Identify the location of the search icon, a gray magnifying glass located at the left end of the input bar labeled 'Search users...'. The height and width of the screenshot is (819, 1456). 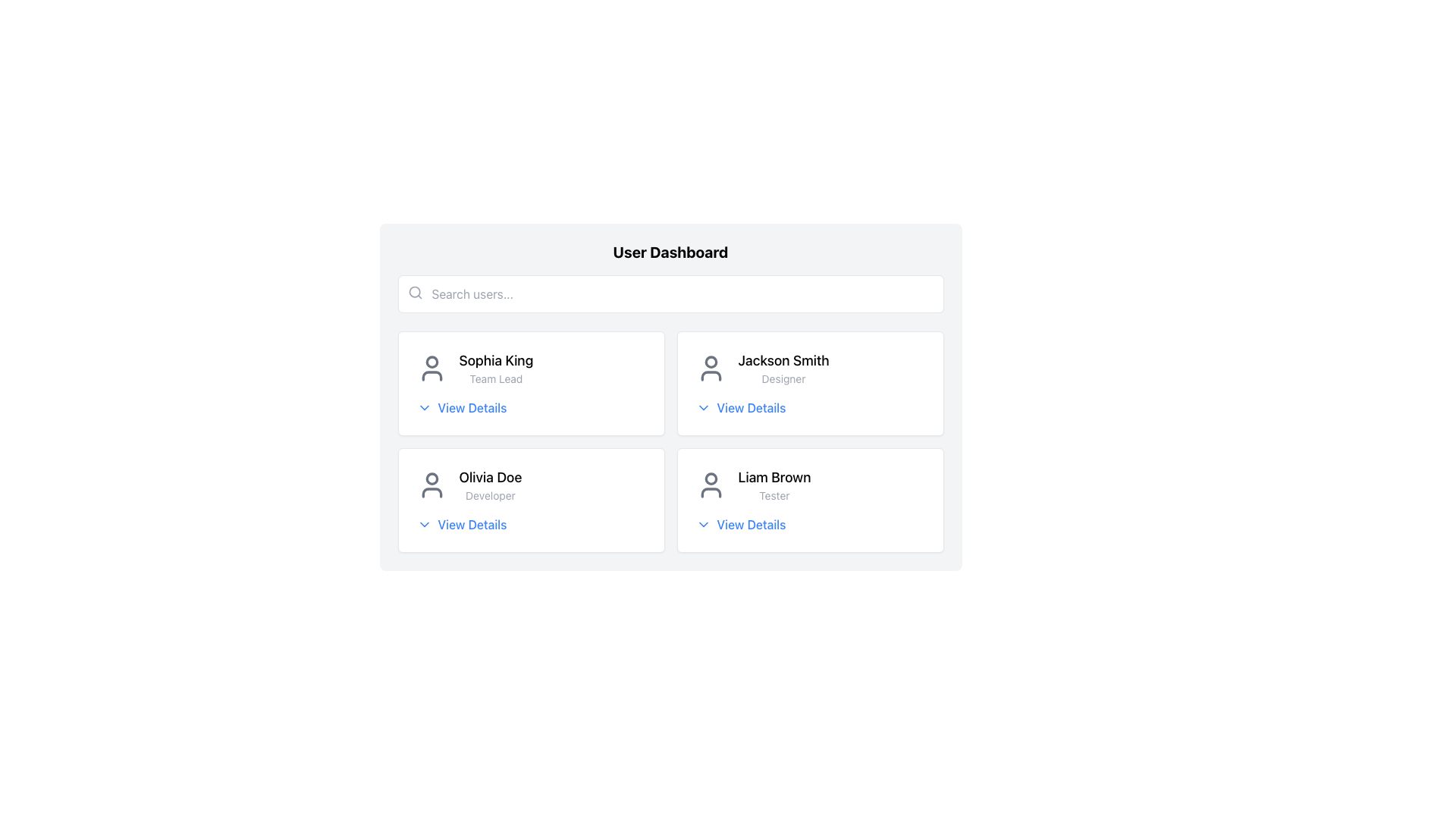
(415, 292).